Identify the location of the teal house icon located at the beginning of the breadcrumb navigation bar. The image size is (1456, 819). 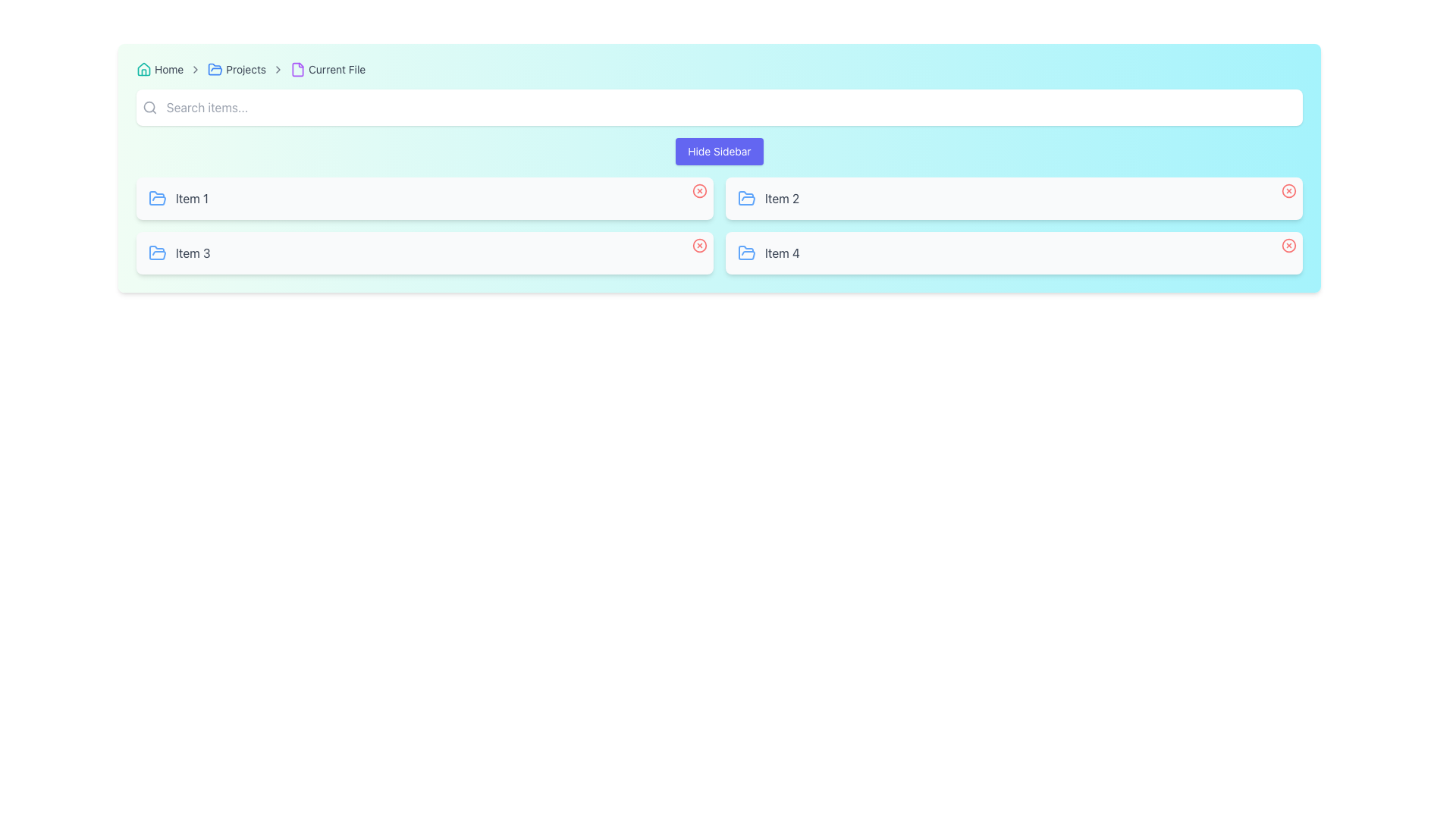
(144, 70).